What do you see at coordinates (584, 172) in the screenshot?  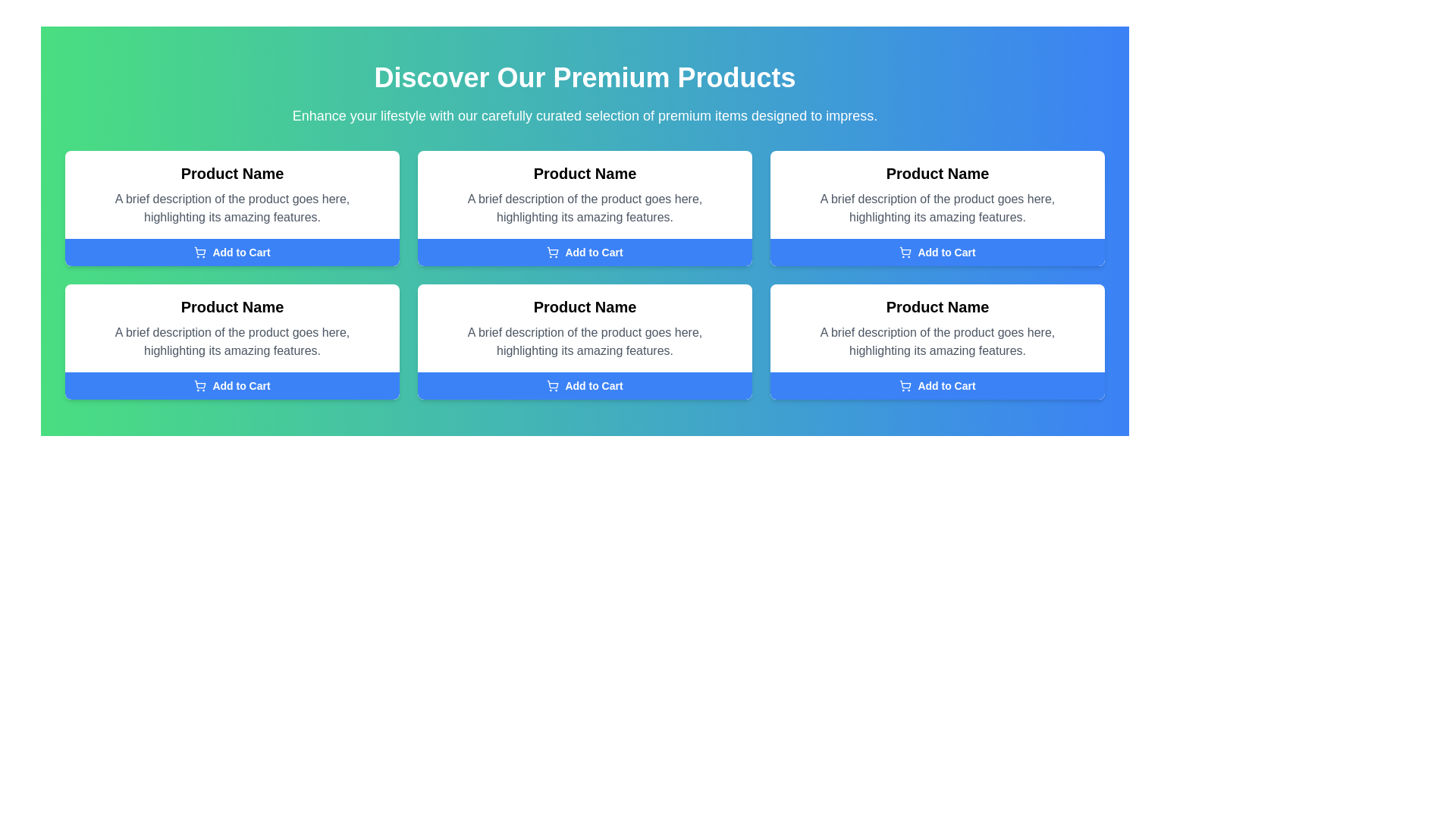 I see `the static text element that serves as the title or name identifier for a specific product, located in the second column of the first row of the product grid` at bounding box center [584, 172].